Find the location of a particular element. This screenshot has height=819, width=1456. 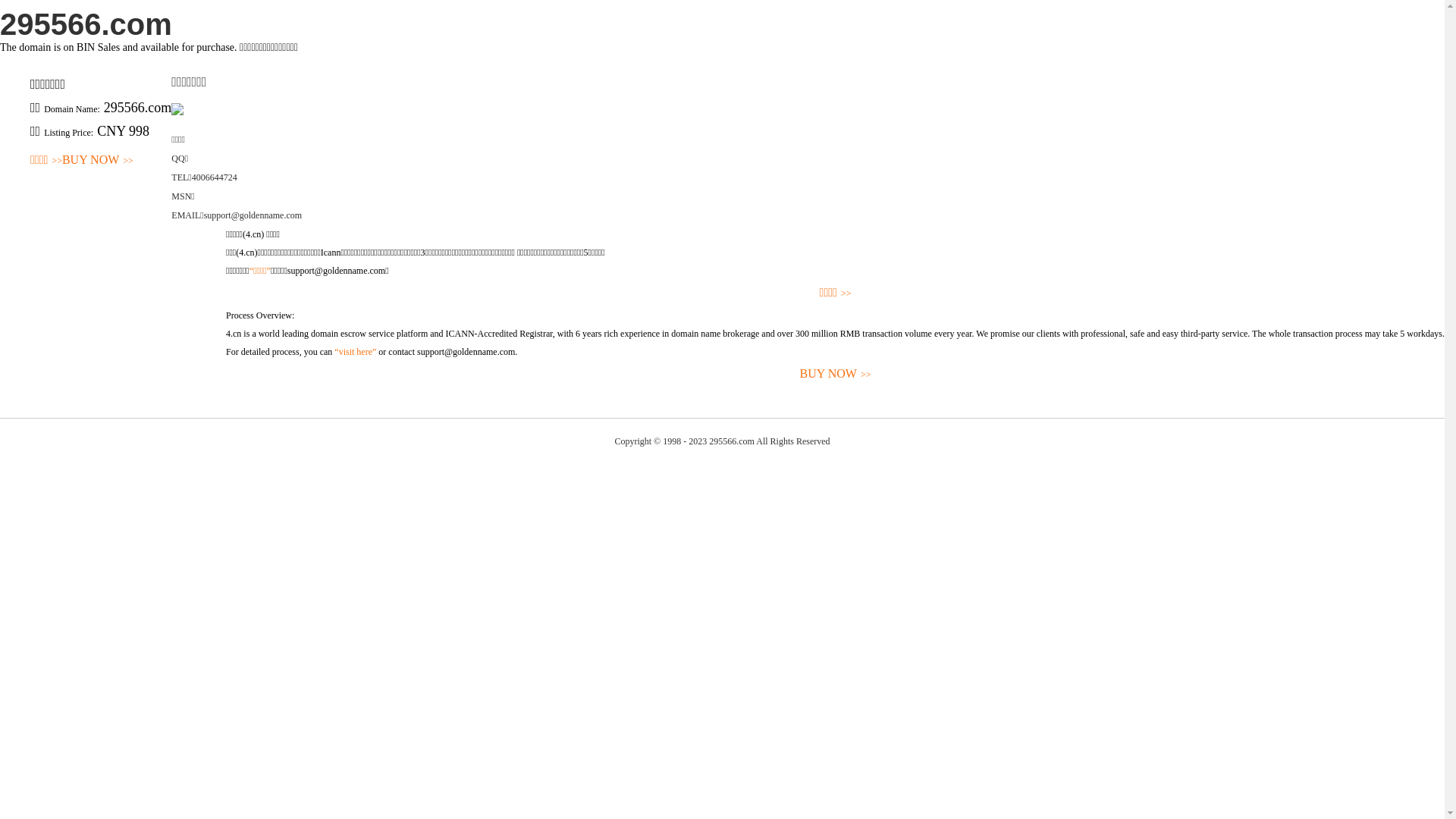

'BUY NOW>>' is located at coordinates (97, 160).